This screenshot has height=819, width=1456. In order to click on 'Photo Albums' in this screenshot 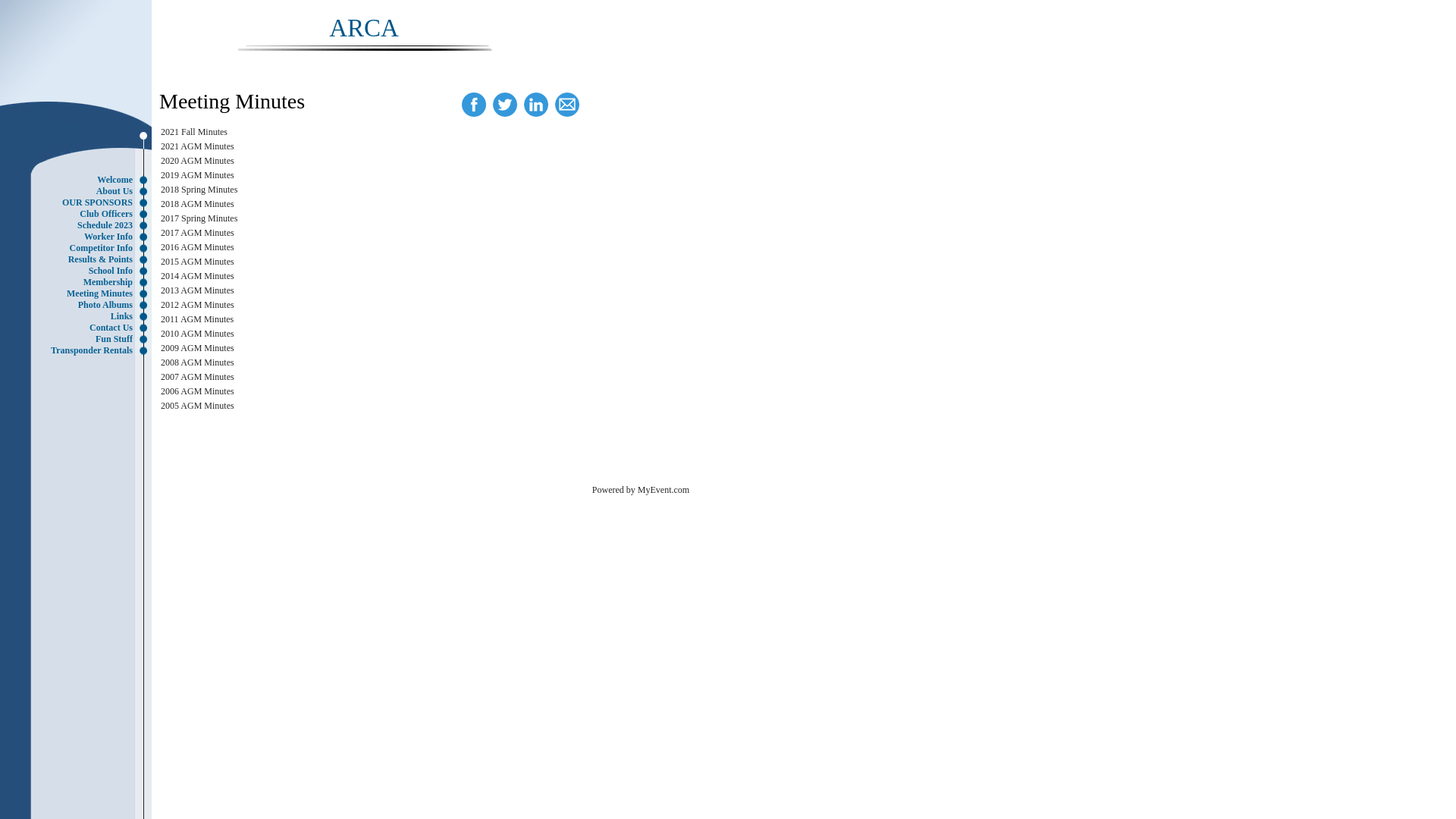, I will do `click(79, 305)`.